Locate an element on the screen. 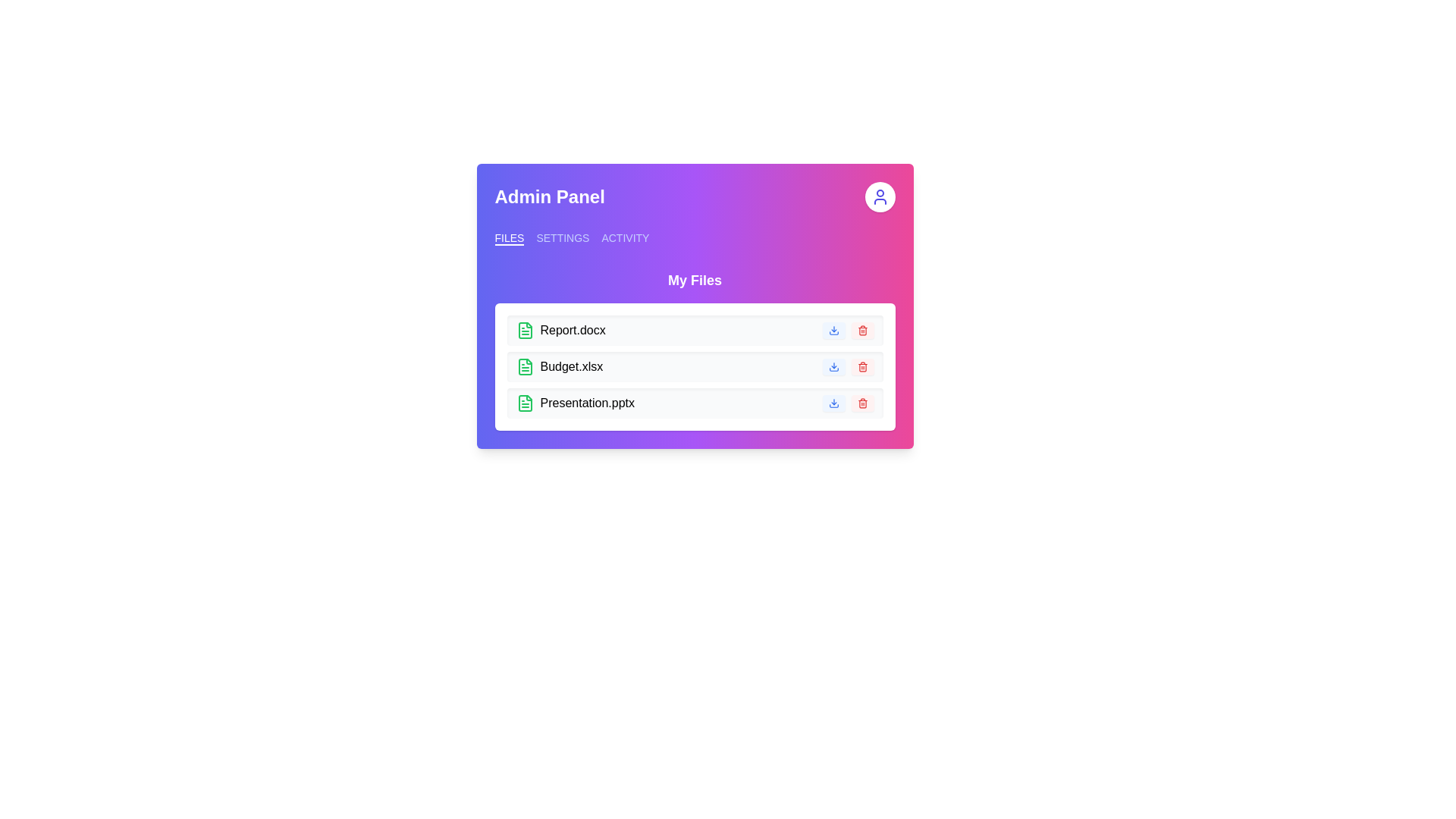  the download icon within the button associated with the file 'Budget.xlsx' to observe any hover effects is located at coordinates (833, 366).